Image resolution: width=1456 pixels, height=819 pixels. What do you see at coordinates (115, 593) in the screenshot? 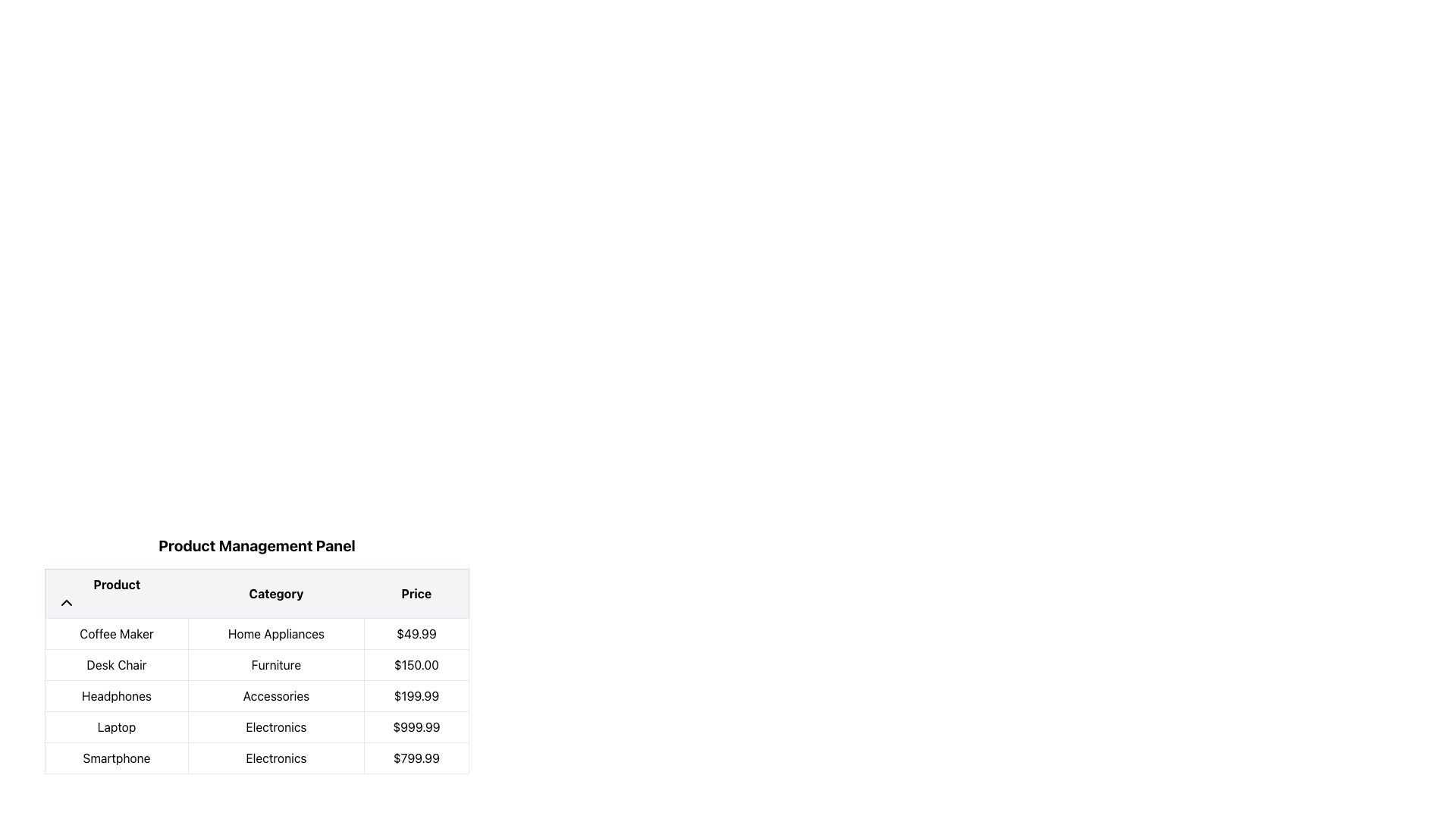
I see `the 'Product' static table header, which is the first cell in the header row styled in bold black text on a light gray background, with an upward-facing chevron icon to its left` at bounding box center [115, 593].